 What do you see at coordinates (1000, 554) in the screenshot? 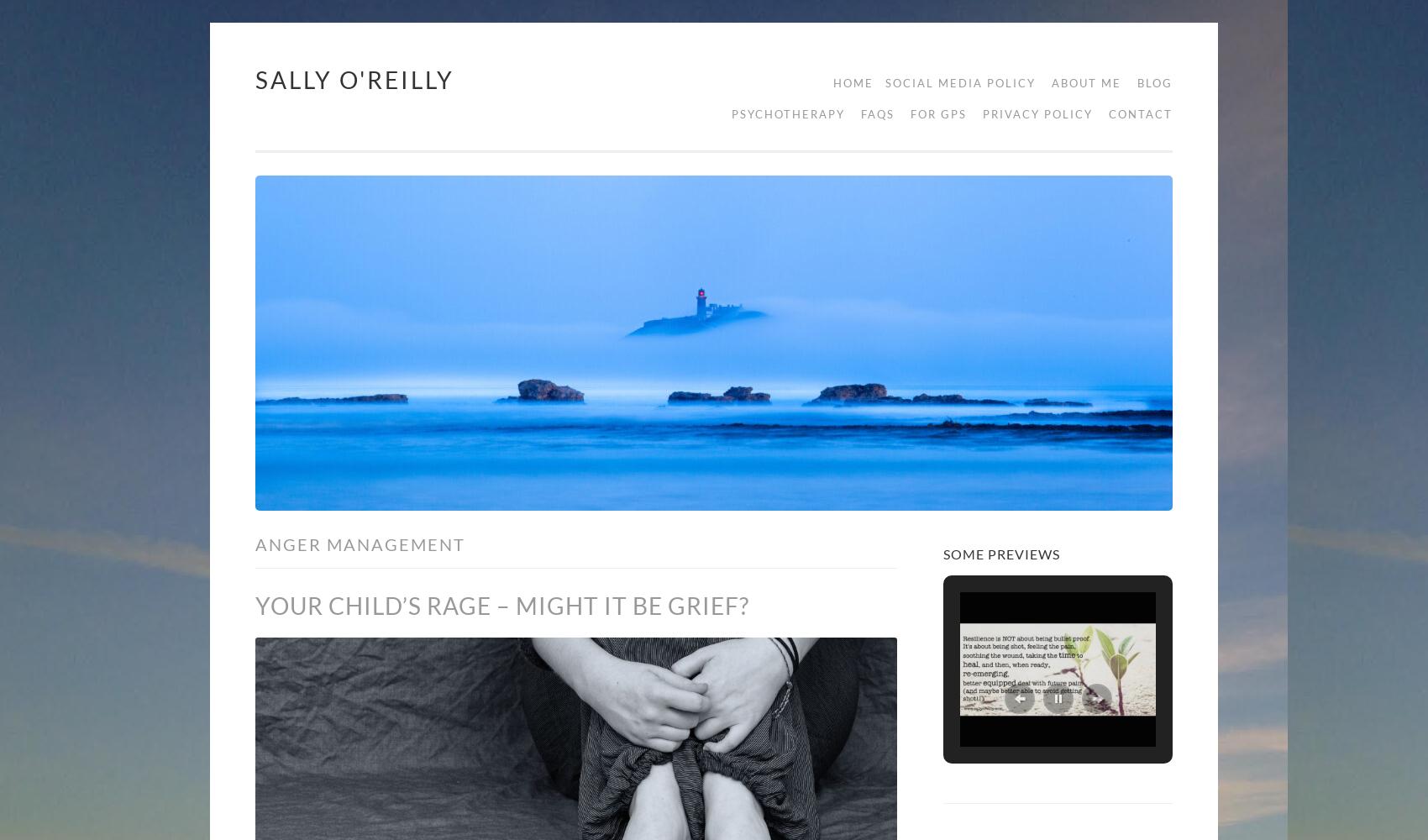
I see `'Some previews'` at bounding box center [1000, 554].